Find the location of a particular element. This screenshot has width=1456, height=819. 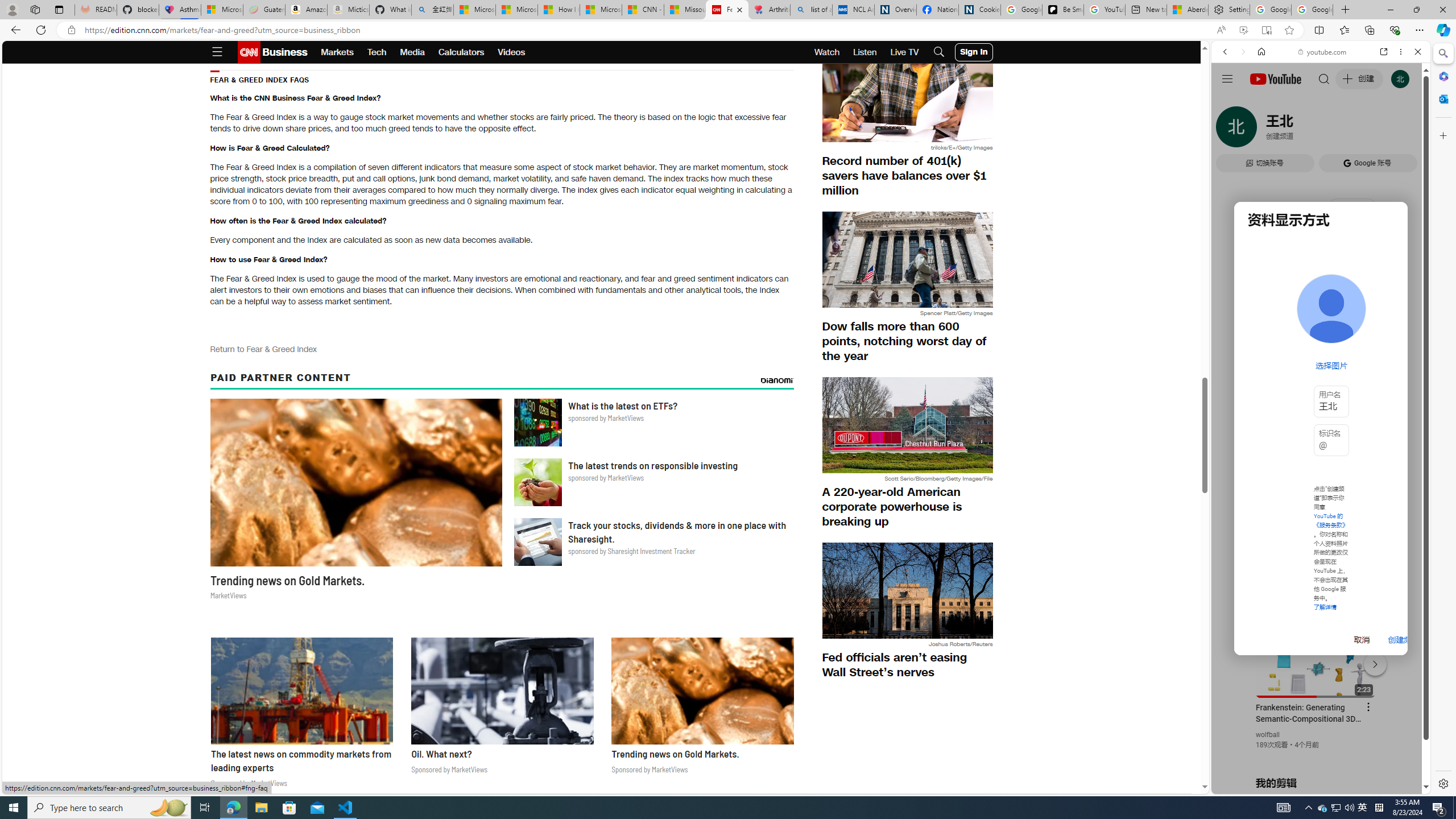

'Business' is located at coordinates (283, 52).